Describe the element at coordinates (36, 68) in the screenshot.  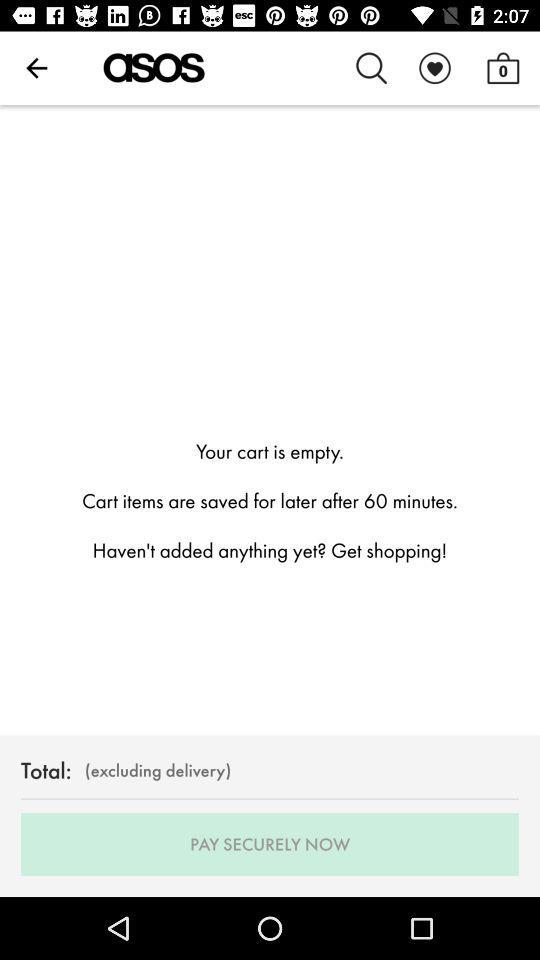
I see `the item above your cart is icon` at that location.